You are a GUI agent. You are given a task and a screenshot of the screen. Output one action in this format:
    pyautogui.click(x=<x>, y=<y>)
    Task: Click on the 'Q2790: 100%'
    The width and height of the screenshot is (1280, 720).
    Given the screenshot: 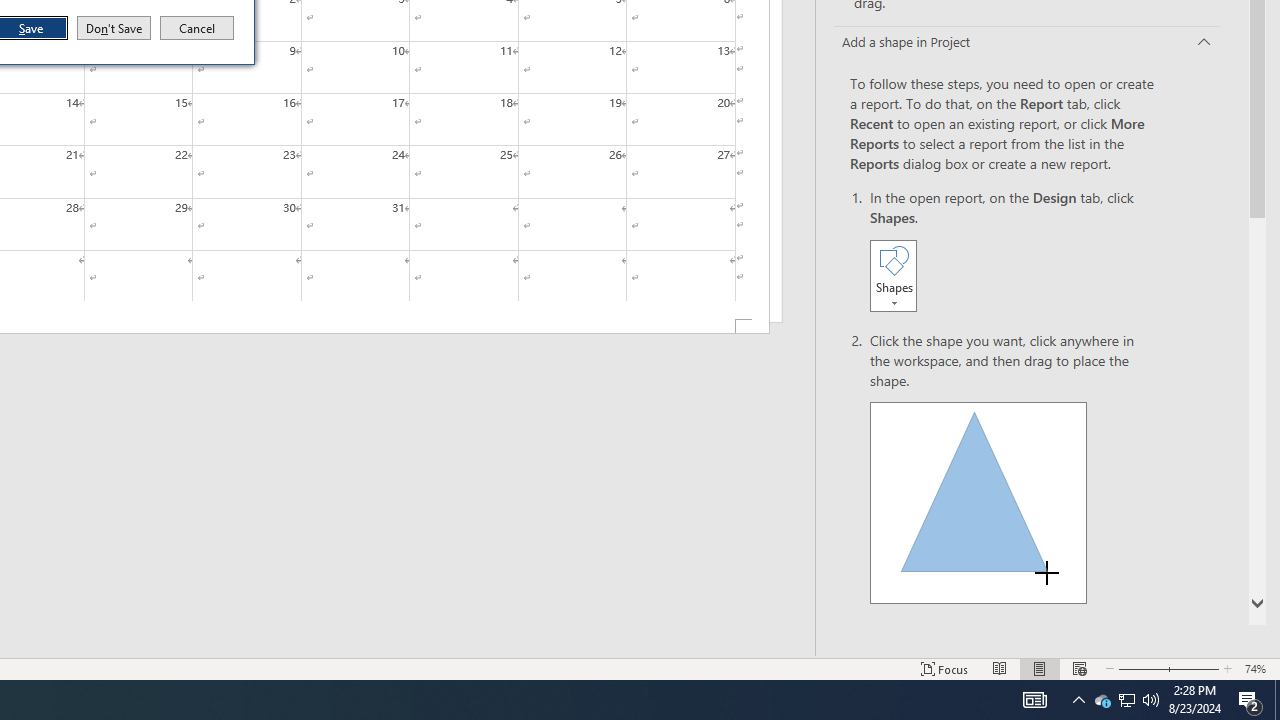 What is the action you would take?
    pyautogui.click(x=1151, y=698)
    